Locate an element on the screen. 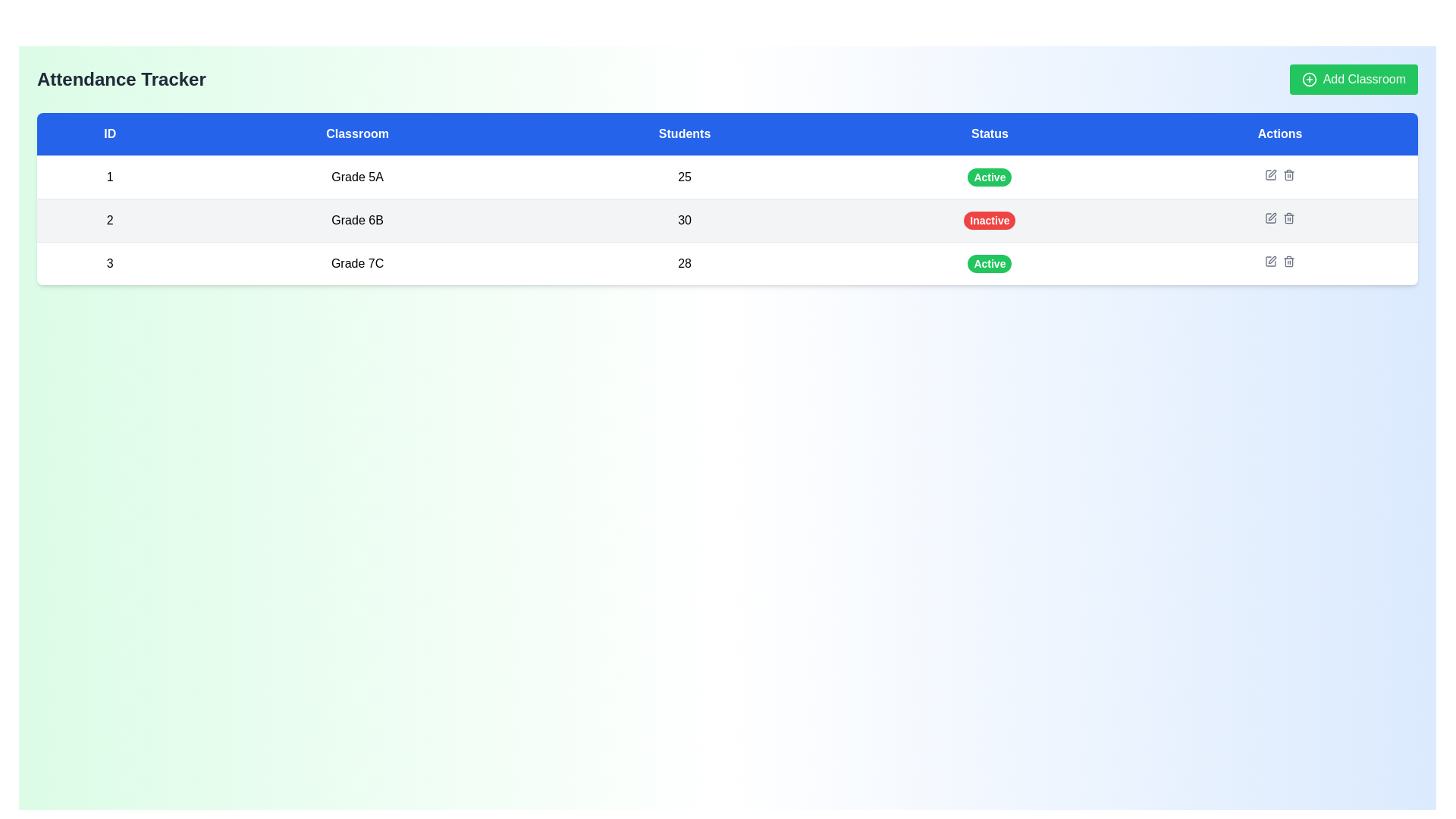 The image size is (1456, 819). the delete icon in the 'Actions' column of the table for classroom 'Grade 6B' is located at coordinates (1272, 216).